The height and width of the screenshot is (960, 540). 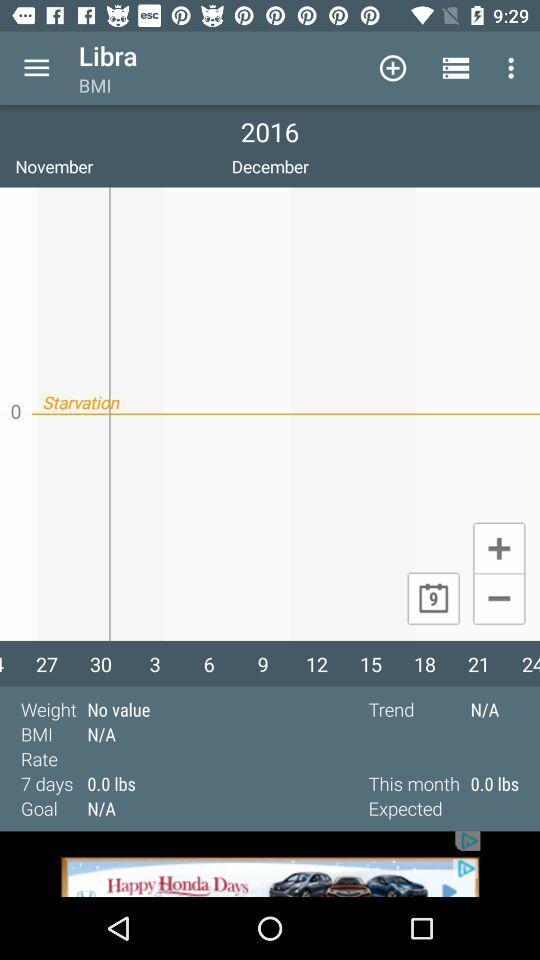 What do you see at coordinates (498, 547) in the screenshot?
I see `zoom in the grape` at bounding box center [498, 547].